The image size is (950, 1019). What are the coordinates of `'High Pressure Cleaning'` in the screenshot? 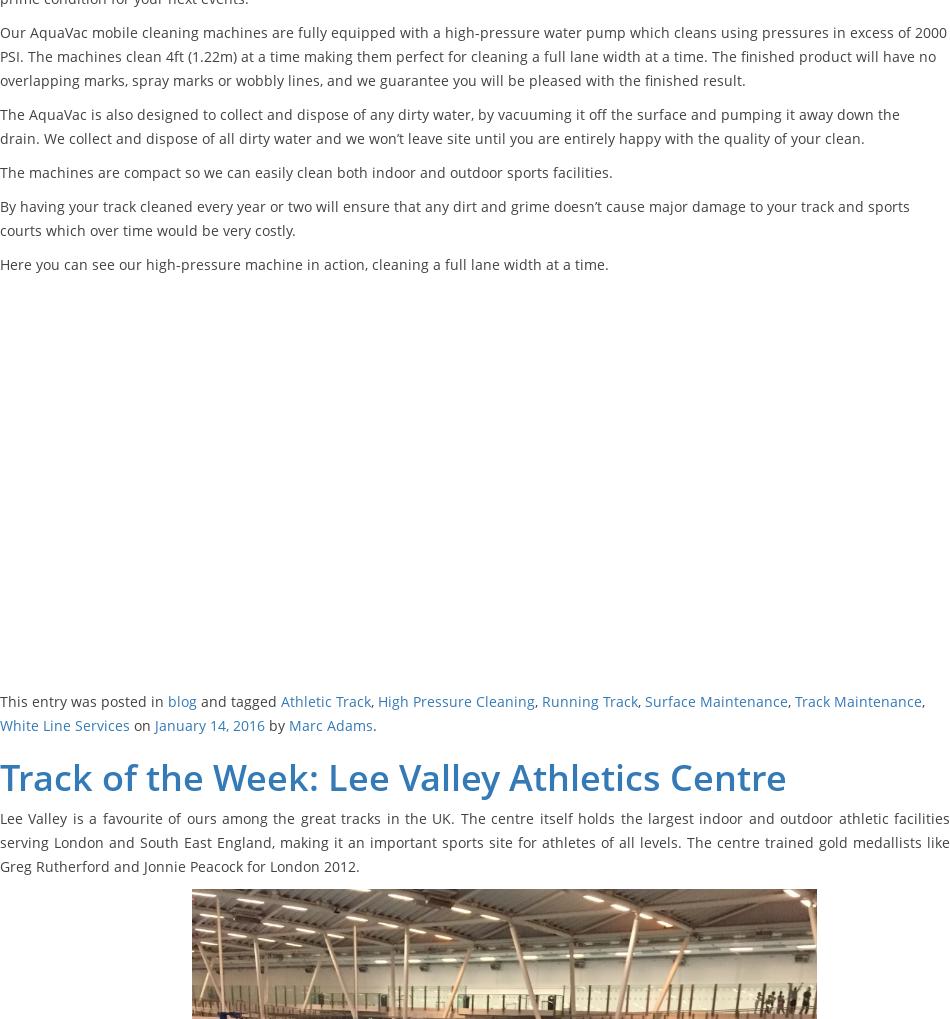 It's located at (455, 700).